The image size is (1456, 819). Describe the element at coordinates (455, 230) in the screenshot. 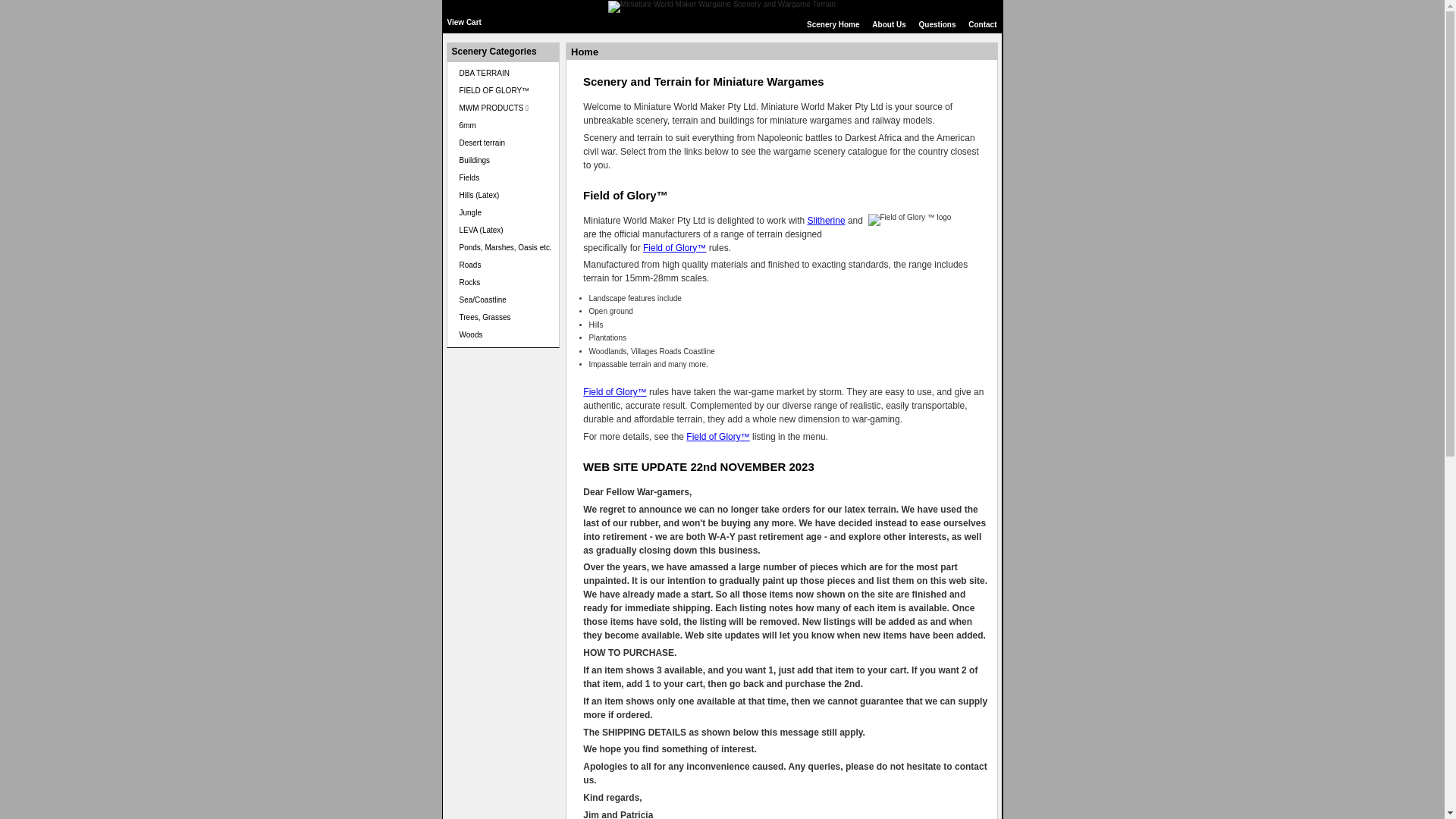

I see `'LEVA (Latex)'` at that location.